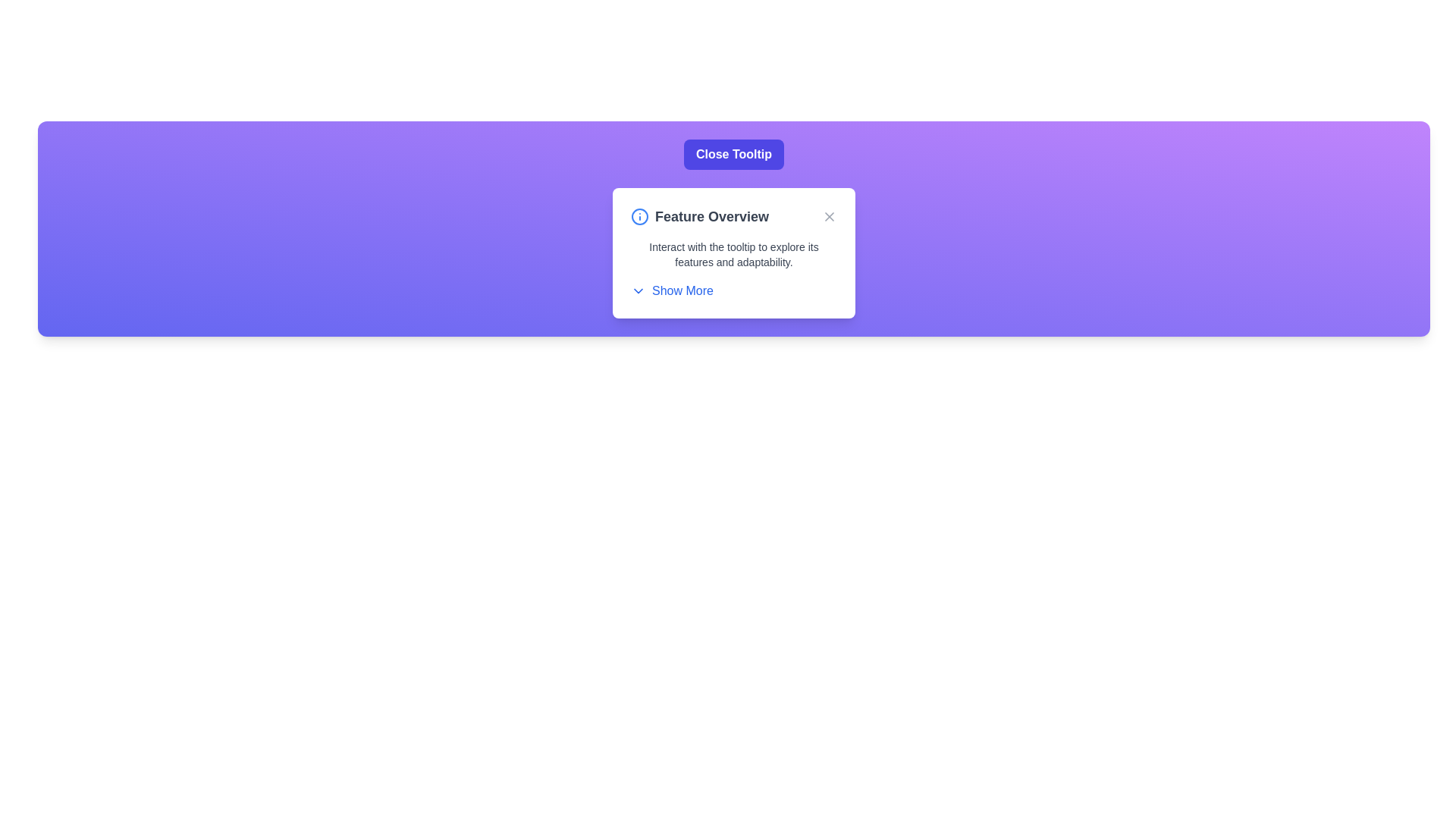  Describe the element at coordinates (829, 216) in the screenshot. I see `the small cross (X) icon located in the top-right corner of the 'Feature Overview' card component` at that location.